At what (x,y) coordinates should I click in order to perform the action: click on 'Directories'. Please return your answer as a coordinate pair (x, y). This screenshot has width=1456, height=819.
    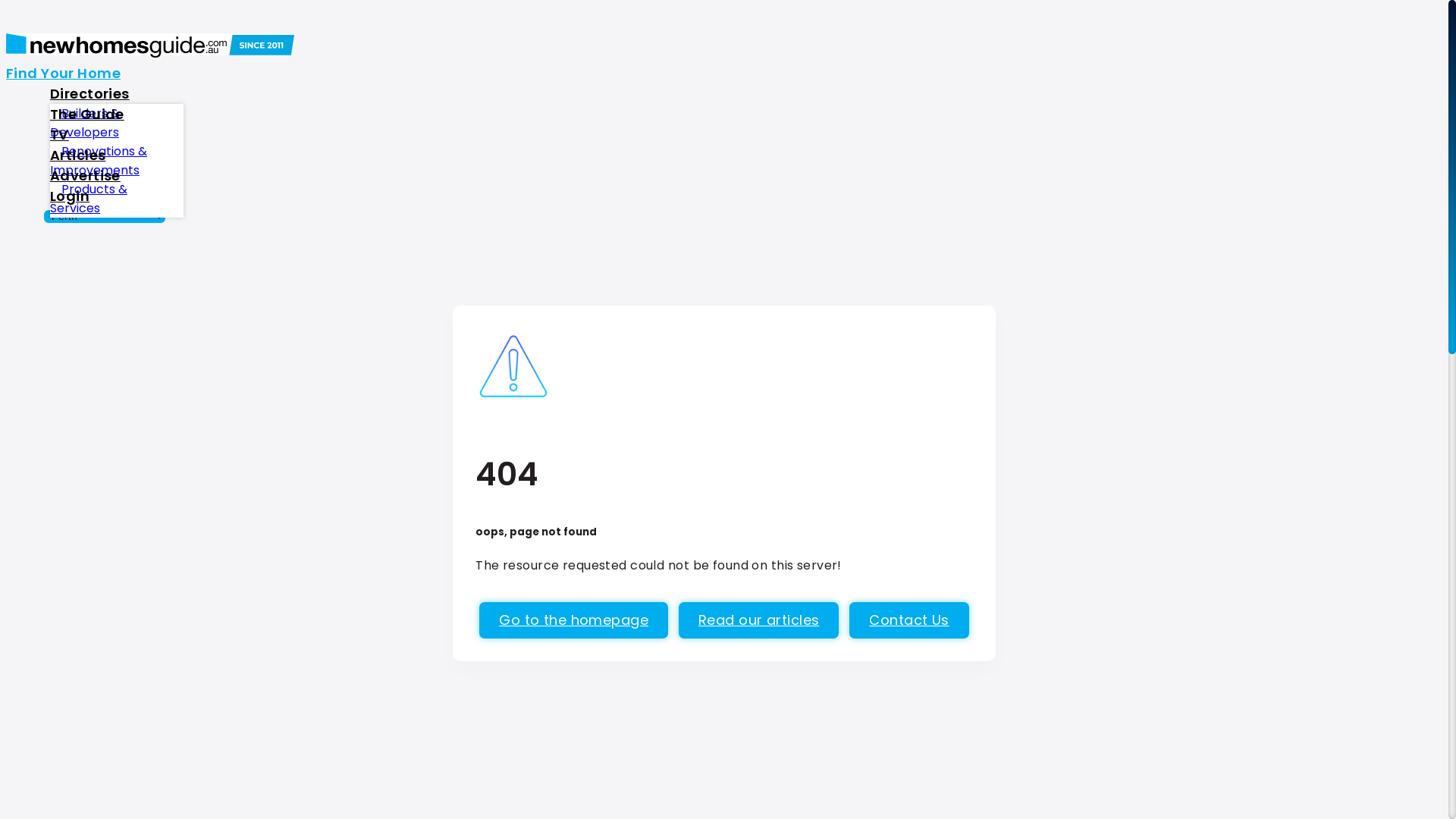
    Looking at the image, I should click on (89, 93).